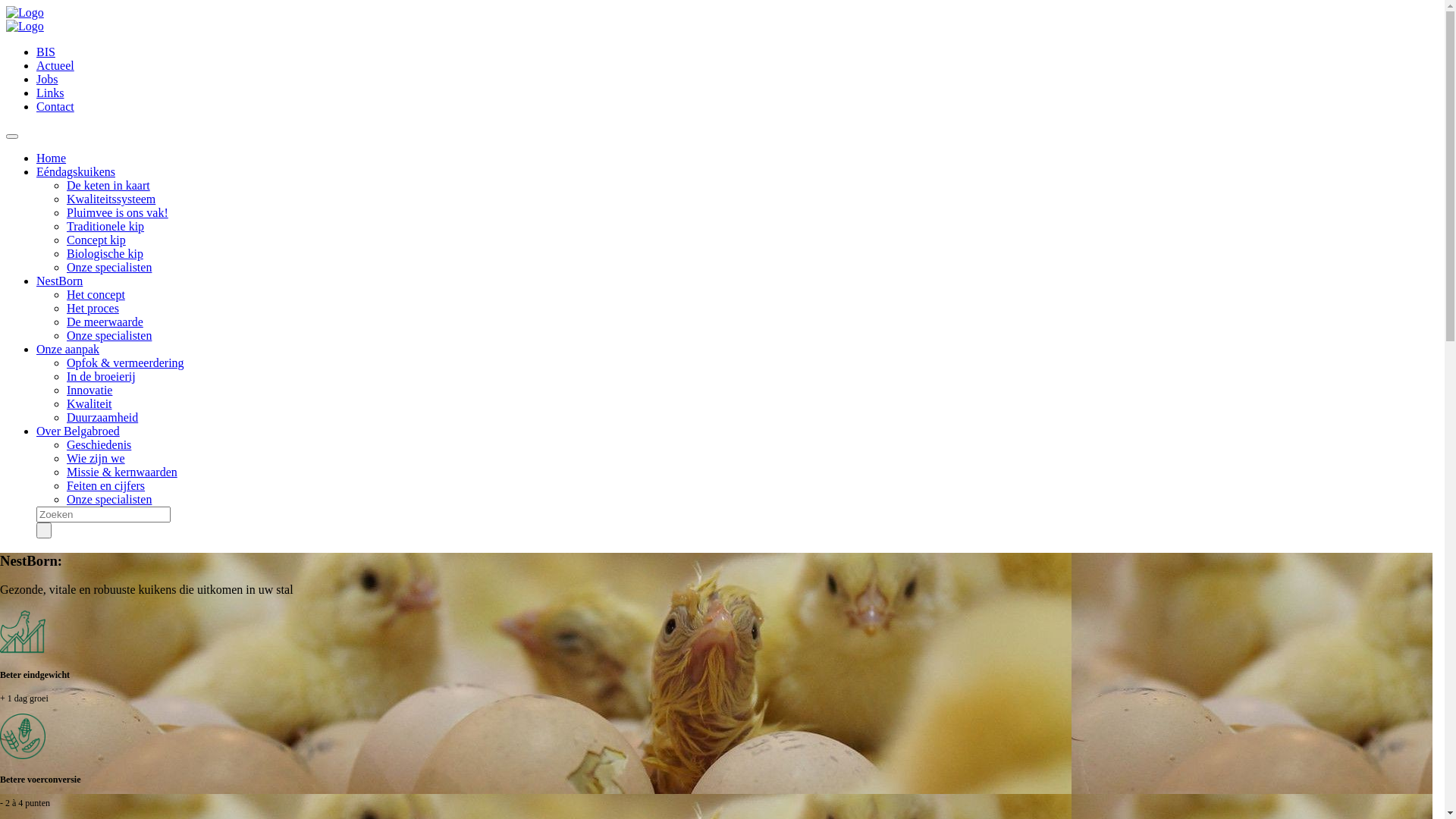  I want to click on 'BIS', so click(45, 51).